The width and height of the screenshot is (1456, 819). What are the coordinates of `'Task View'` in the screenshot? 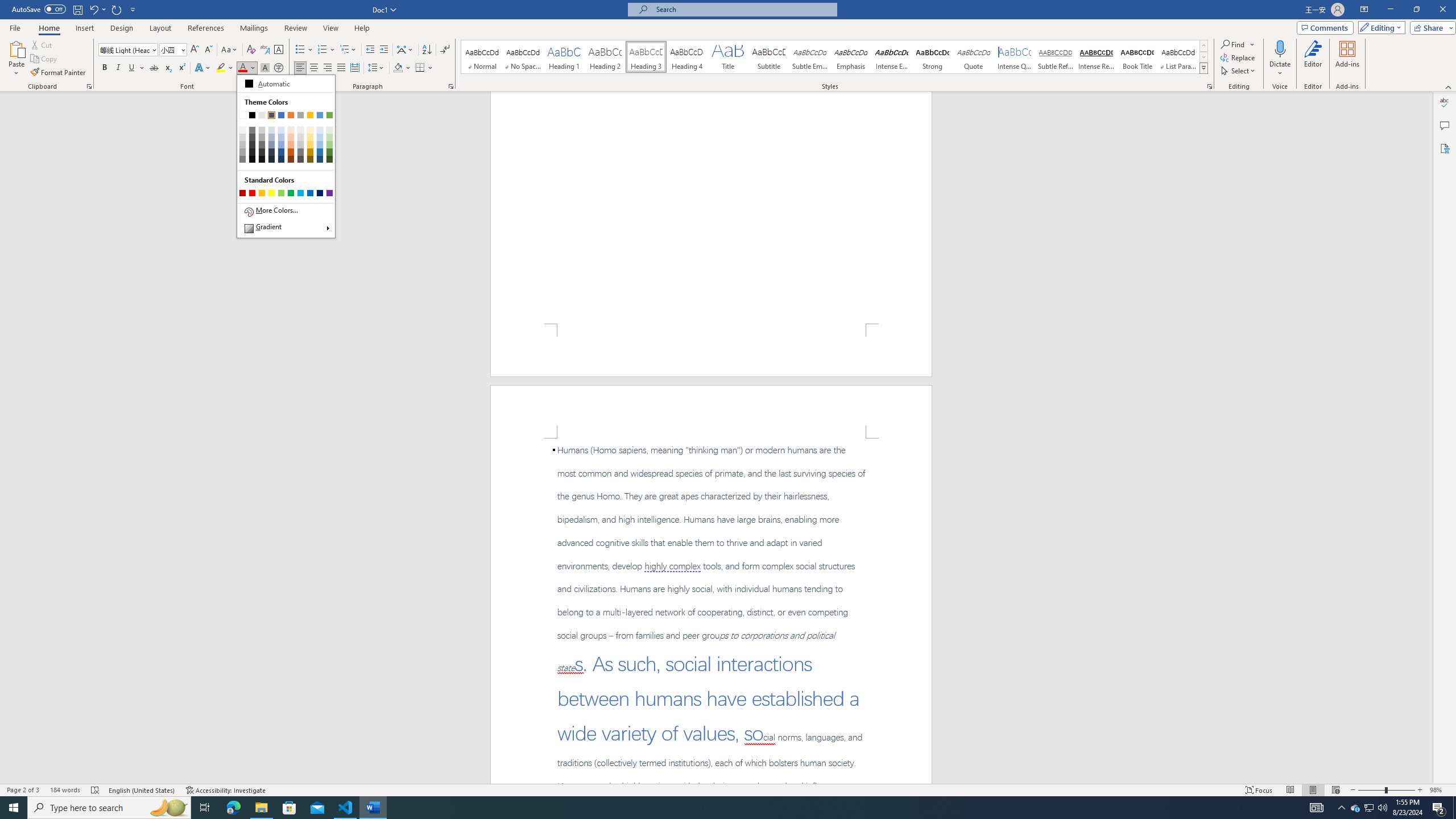 It's located at (204, 806).